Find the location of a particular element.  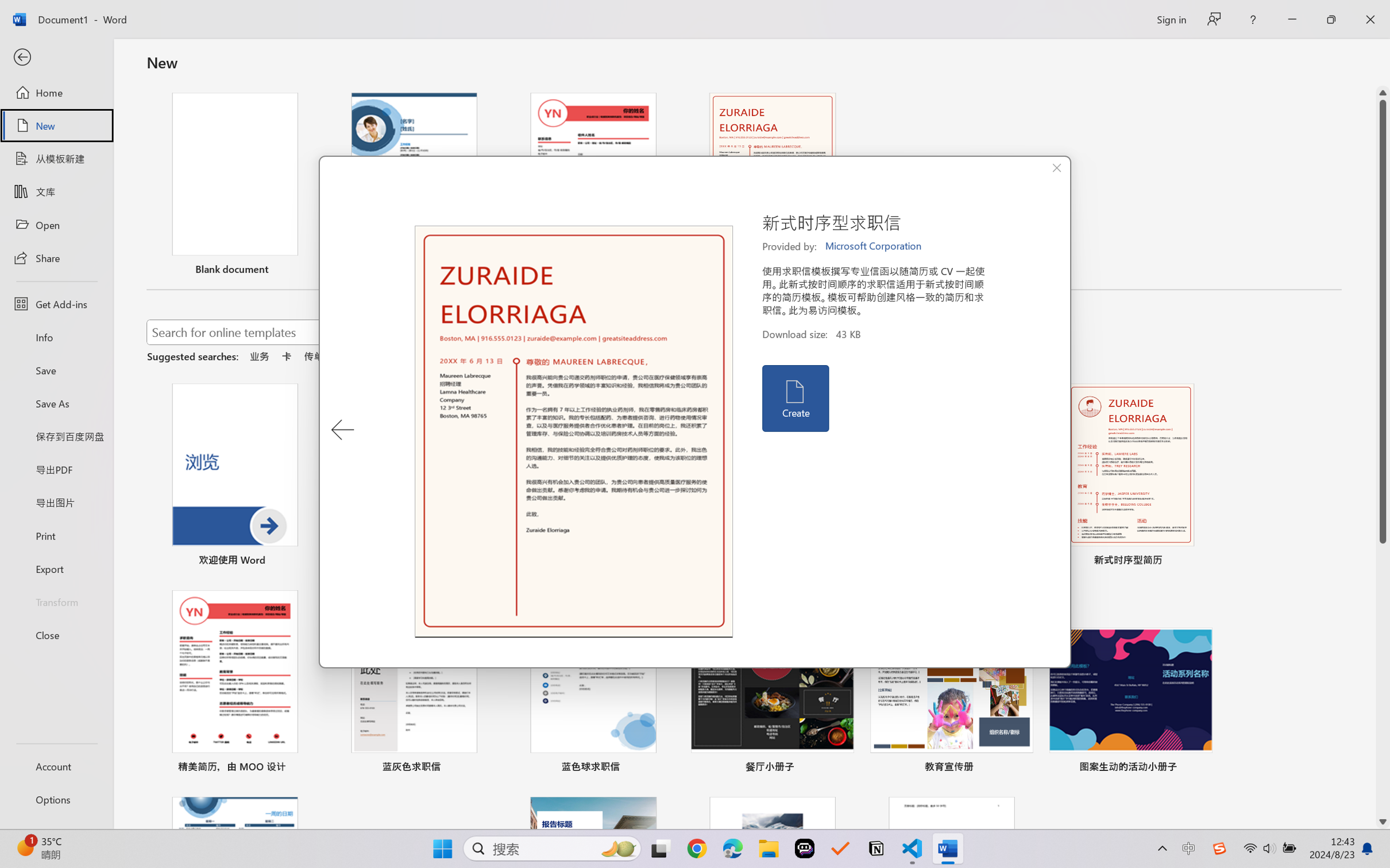

'Previous Template' is located at coordinates (342, 429).